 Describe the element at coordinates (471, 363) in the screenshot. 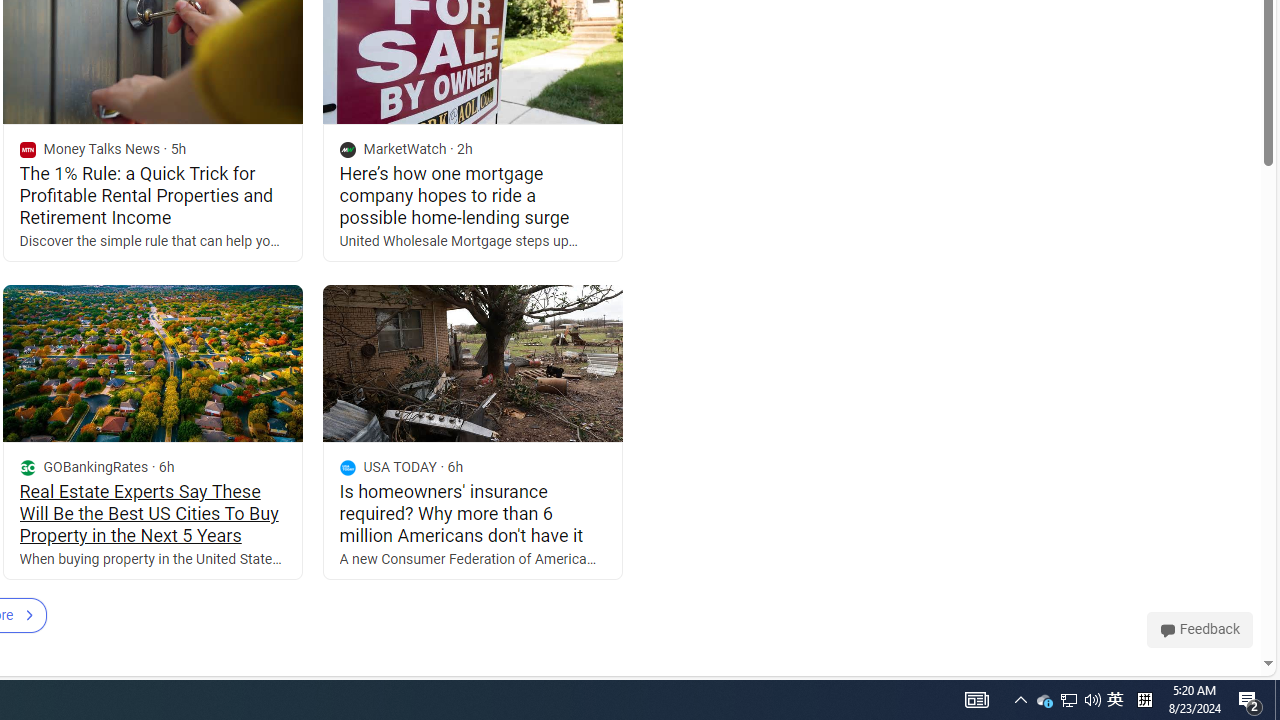

I see `'Class: index-module__image--a7f677'` at that location.